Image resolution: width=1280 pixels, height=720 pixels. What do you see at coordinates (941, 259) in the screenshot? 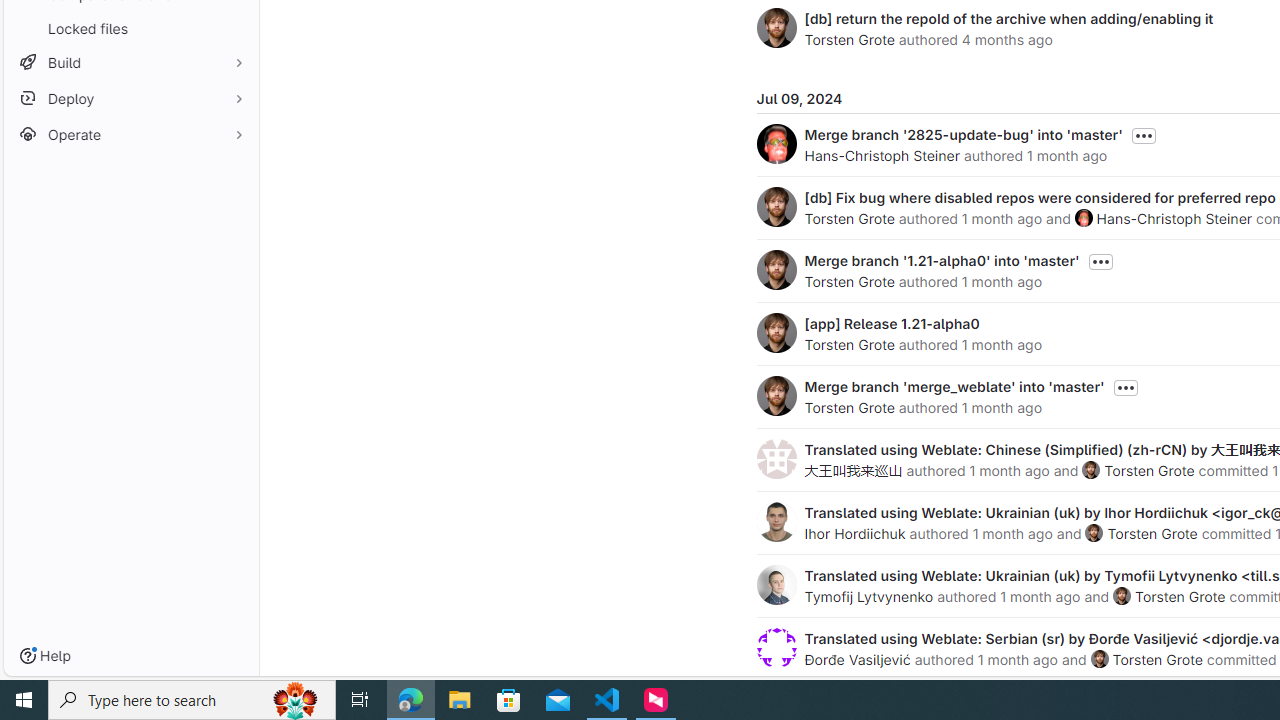
I see `'Merge branch '` at bounding box center [941, 259].